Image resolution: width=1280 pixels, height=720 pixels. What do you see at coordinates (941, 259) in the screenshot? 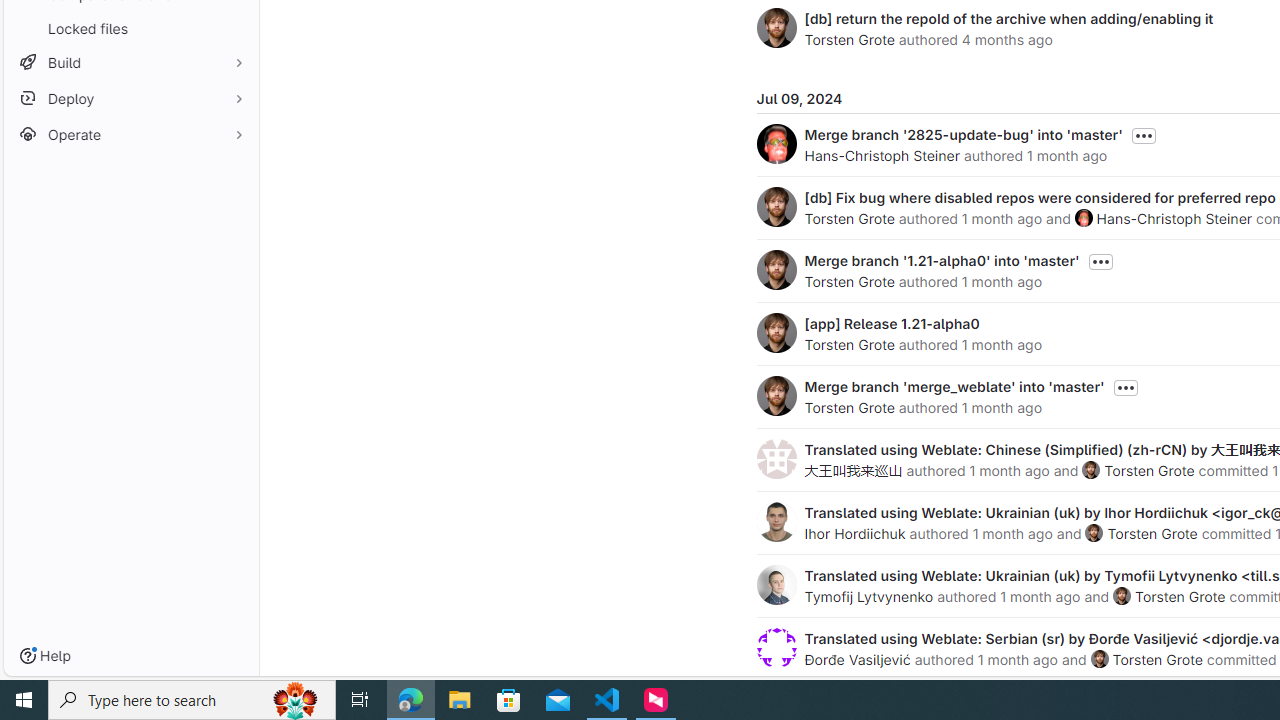
I see `'Merge branch '` at bounding box center [941, 259].